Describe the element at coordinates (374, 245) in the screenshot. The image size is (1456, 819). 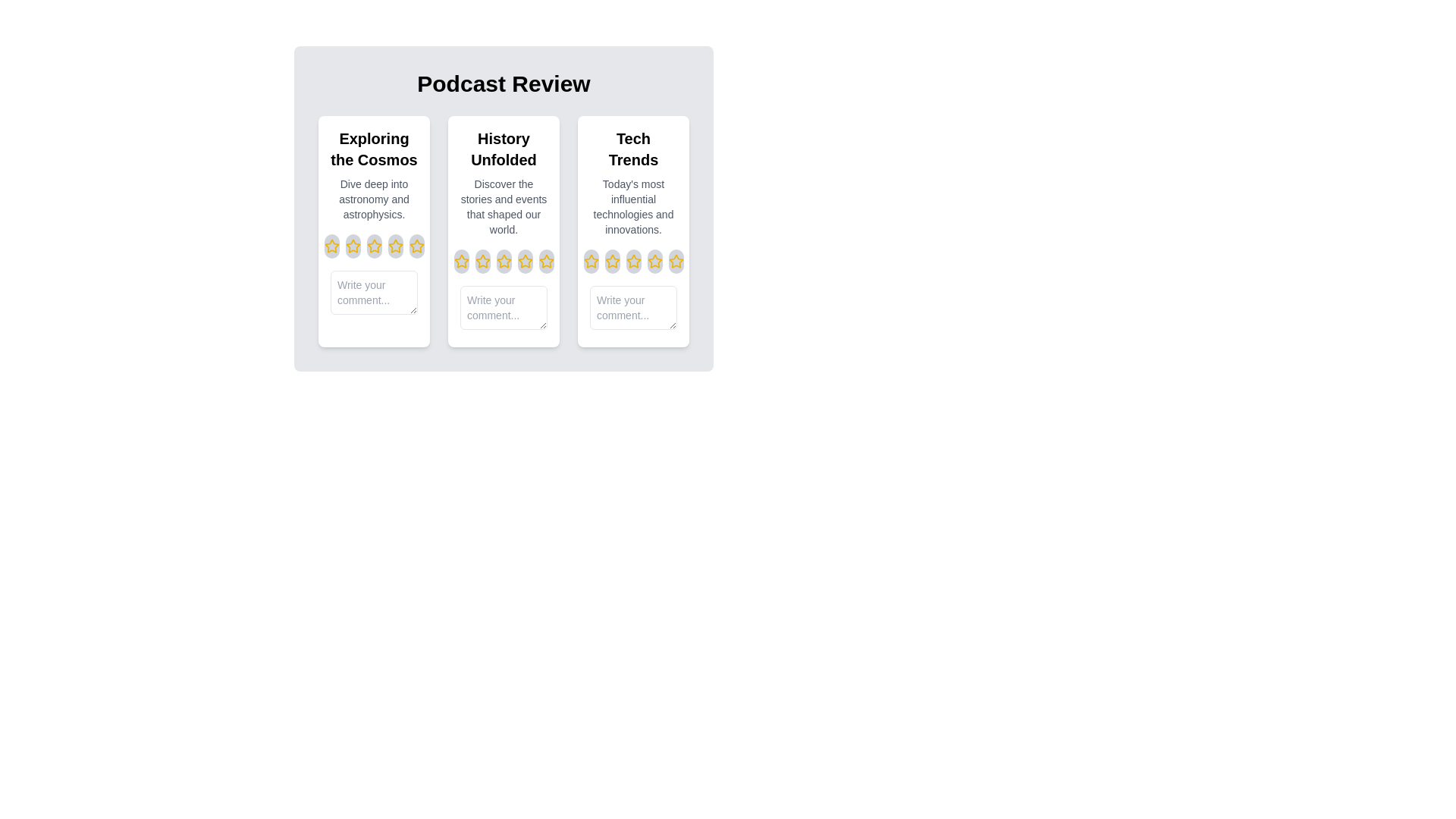
I see `the rating for an episode to 3 stars by clicking on the corresponding star` at that location.